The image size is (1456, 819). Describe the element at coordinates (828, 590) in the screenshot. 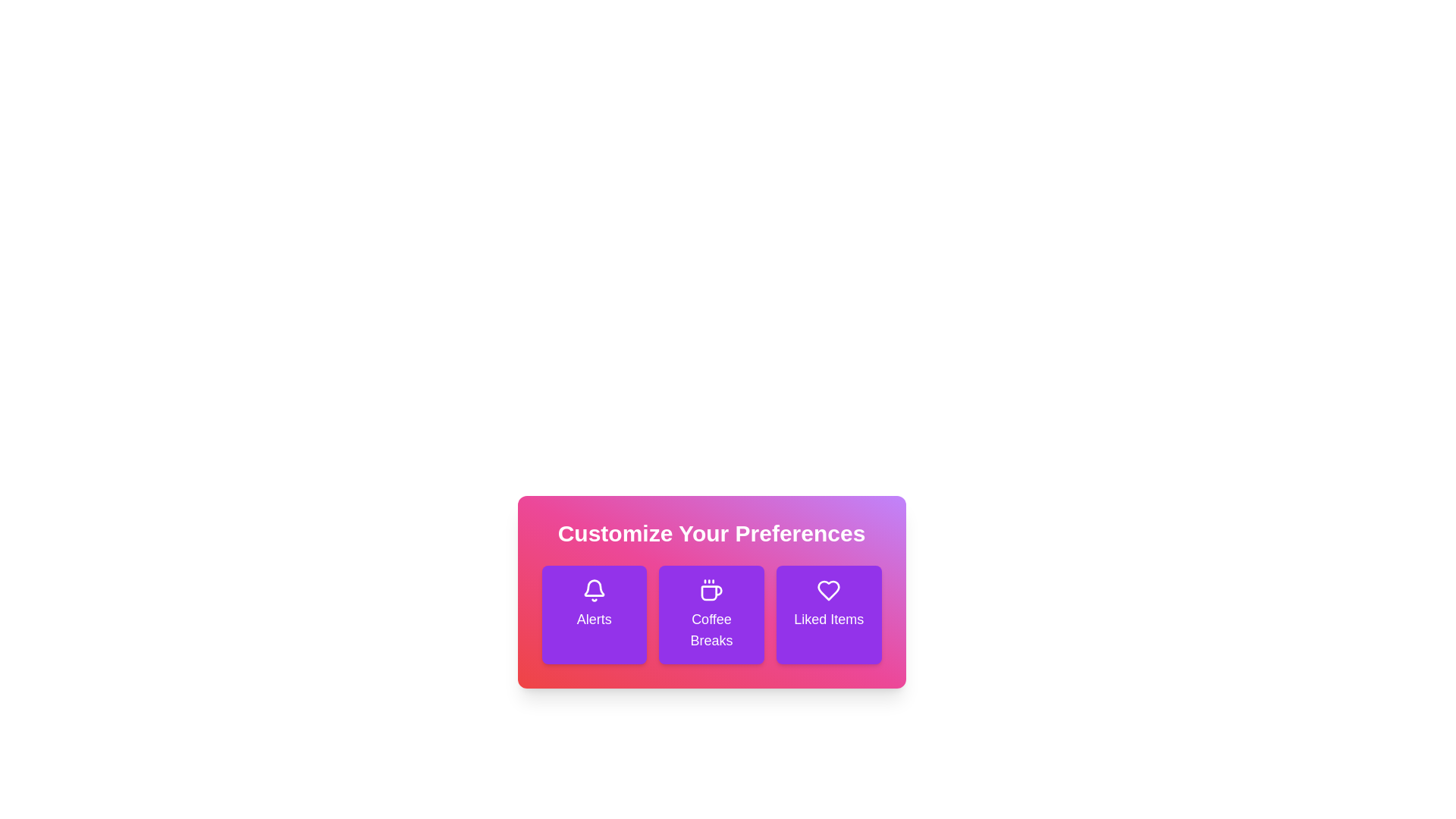

I see `the heart icon representing the 'Liked Items' feature to interact with it` at that location.